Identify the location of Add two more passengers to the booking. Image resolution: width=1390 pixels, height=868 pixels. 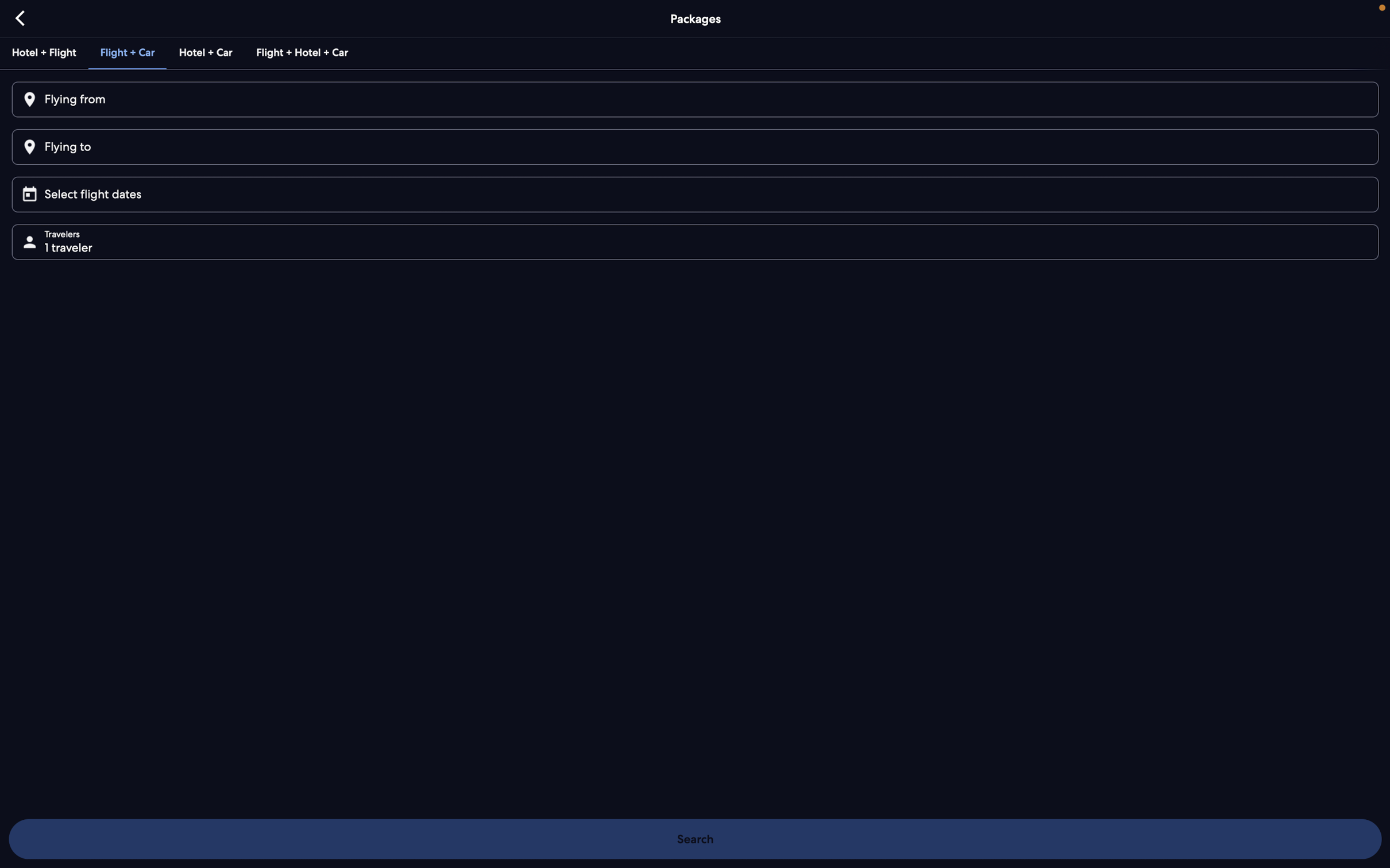
(699, 241).